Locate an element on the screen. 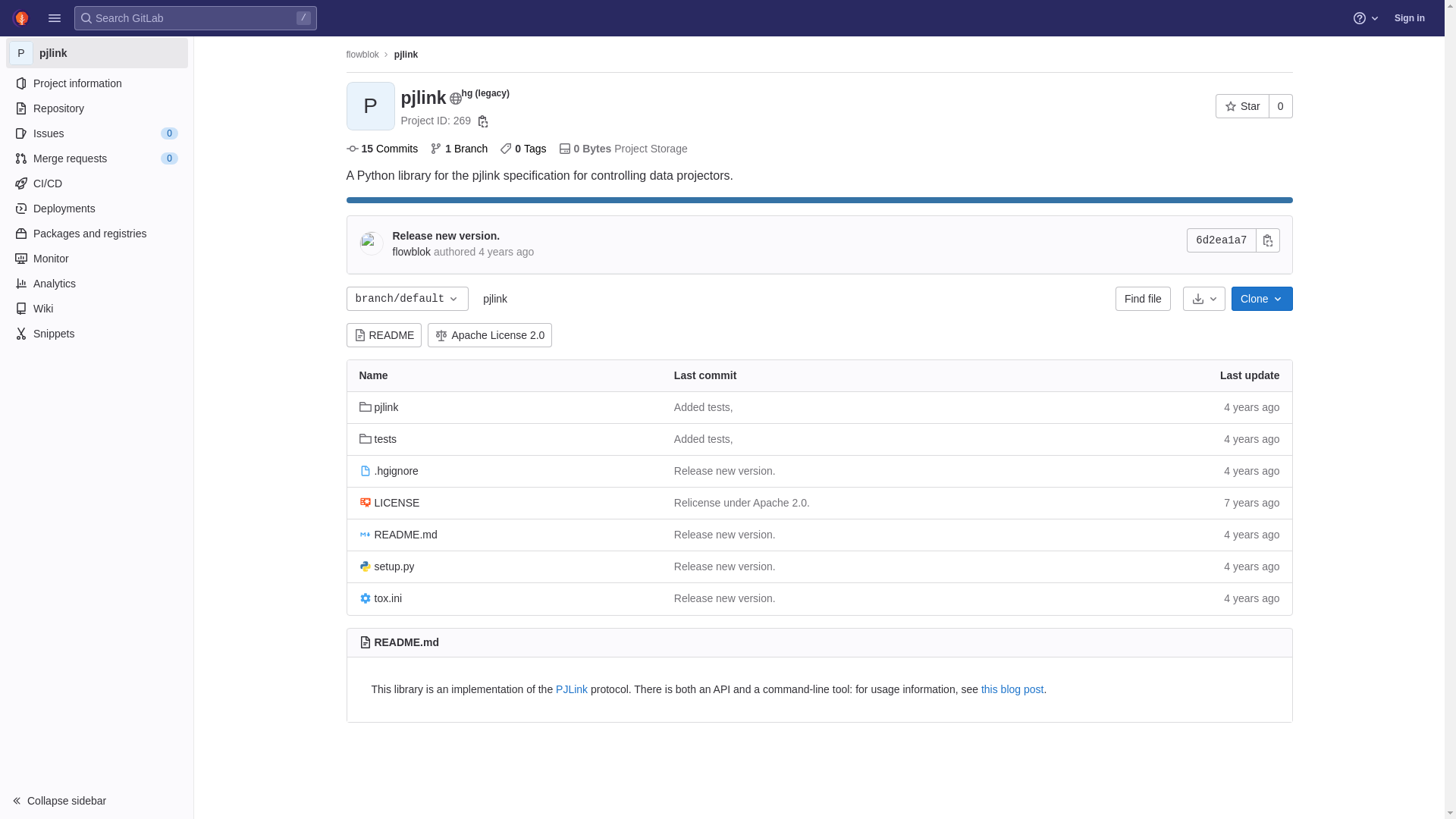 This screenshot has height=819, width=1456. 'Snippets' is located at coordinates (6, 332).